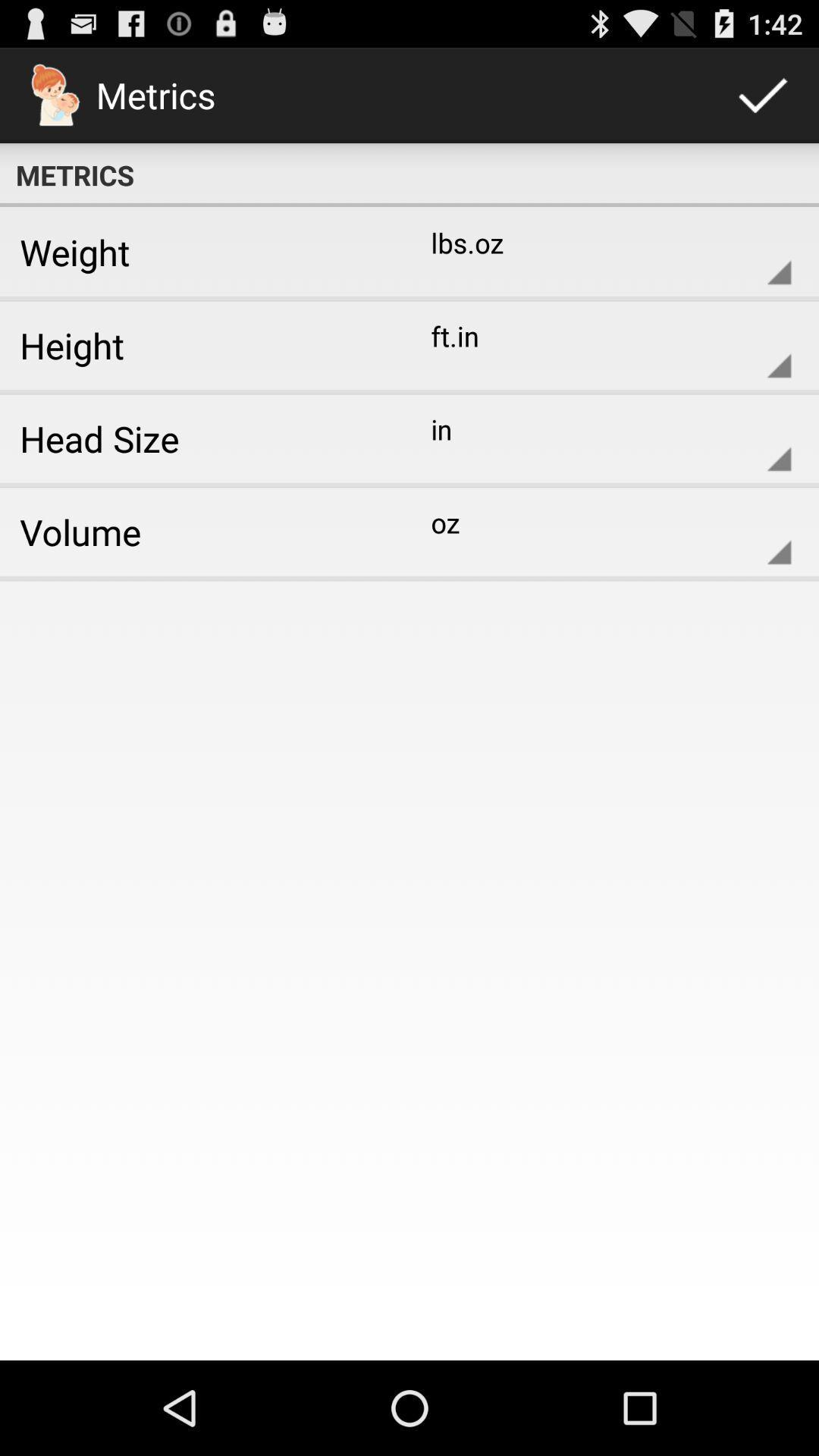 The image size is (819, 1456). I want to click on item to the right of the height app, so click(598, 344).